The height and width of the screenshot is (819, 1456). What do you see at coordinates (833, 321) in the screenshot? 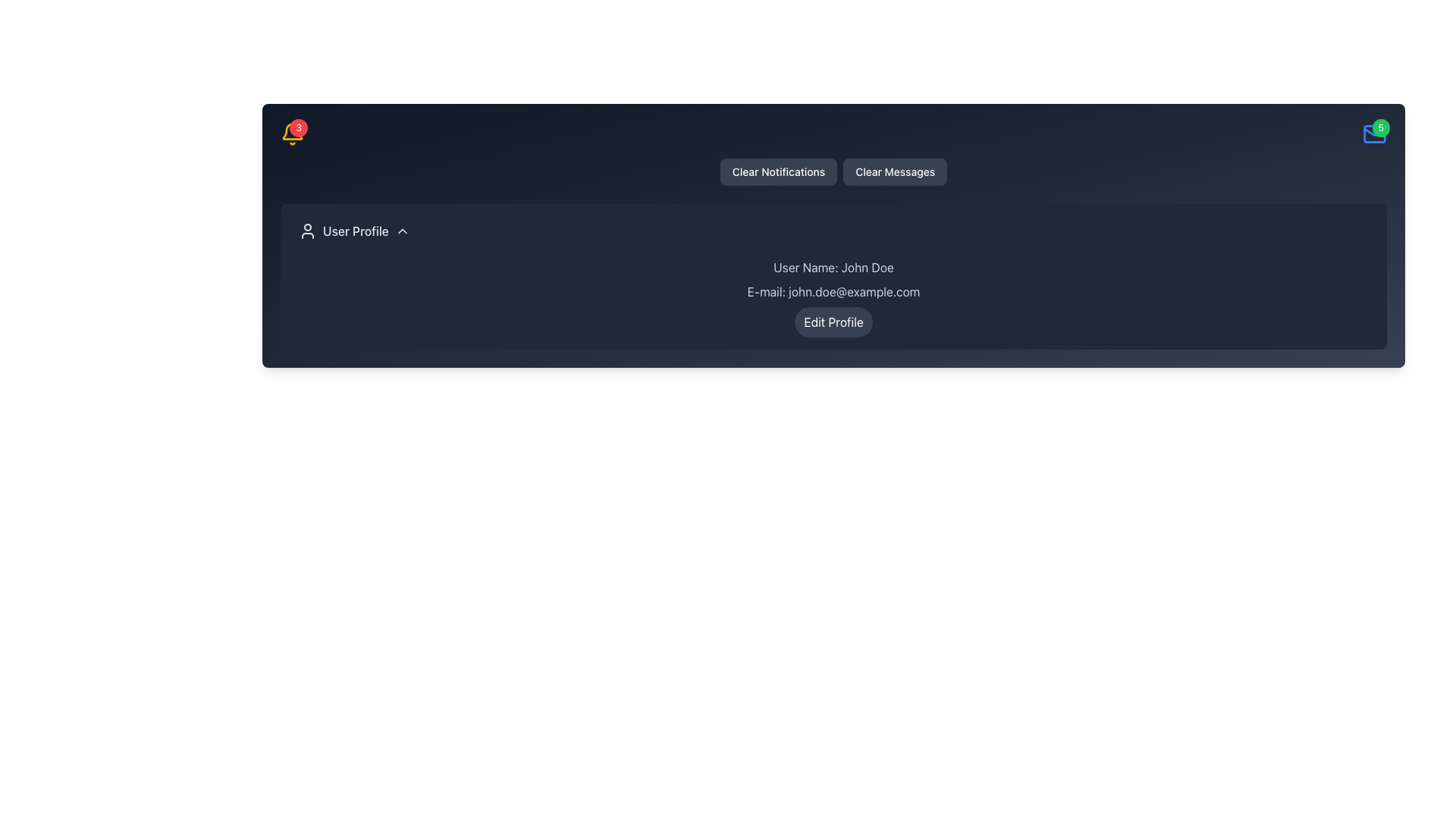
I see `the button located beneath the email address text 'E-mail: john.doe@example.com' to initiate profile editing` at bounding box center [833, 321].